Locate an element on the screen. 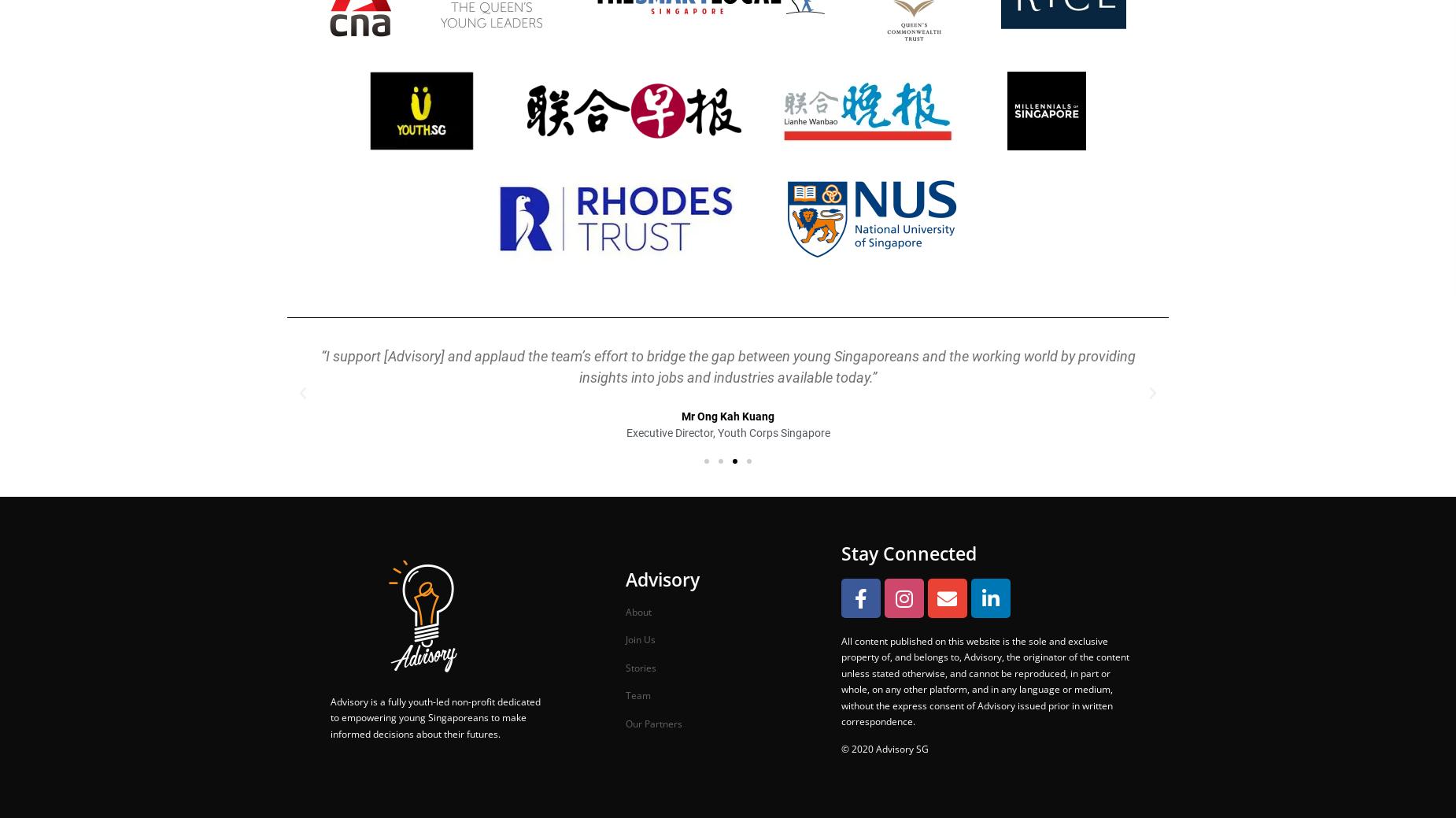 This screenshot has height=818, width=1456. 'All content published on this website is the sole and exclusive property of, and belongs to, Advisory, the originator of the content unless stated otherwise, and cannot be reproduced, in part or whole, on any other platform, and in any language or medium, without the express consent of Advisory issued prior in written correspondence.' is located at coordinates (983, 680).